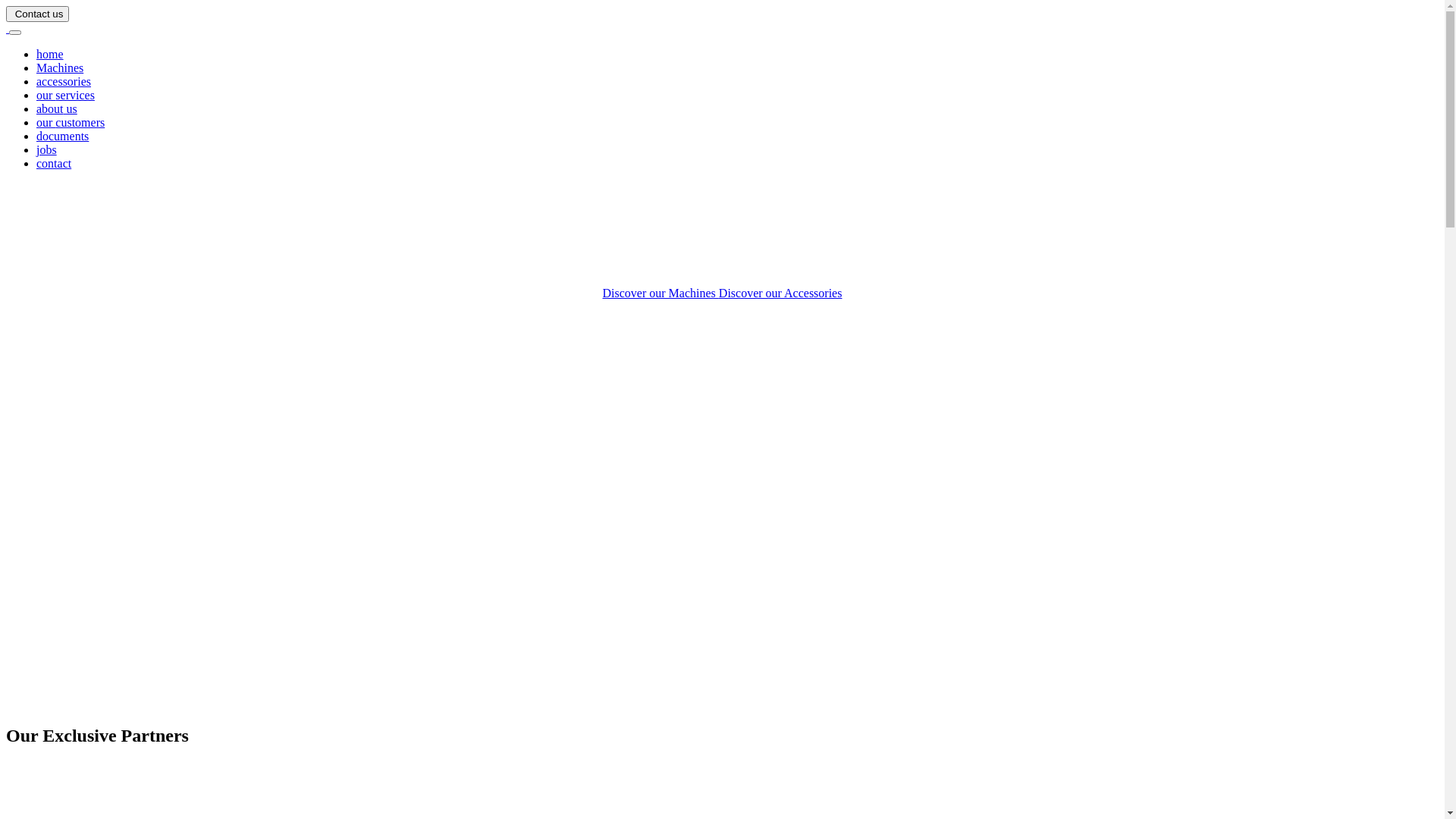 Image resolution: width=1456 pixels, height=819 pixels. What do you see at coordinates (50, 53) in the screenshot?
I see `'home'` at bounding box center [50, 53].